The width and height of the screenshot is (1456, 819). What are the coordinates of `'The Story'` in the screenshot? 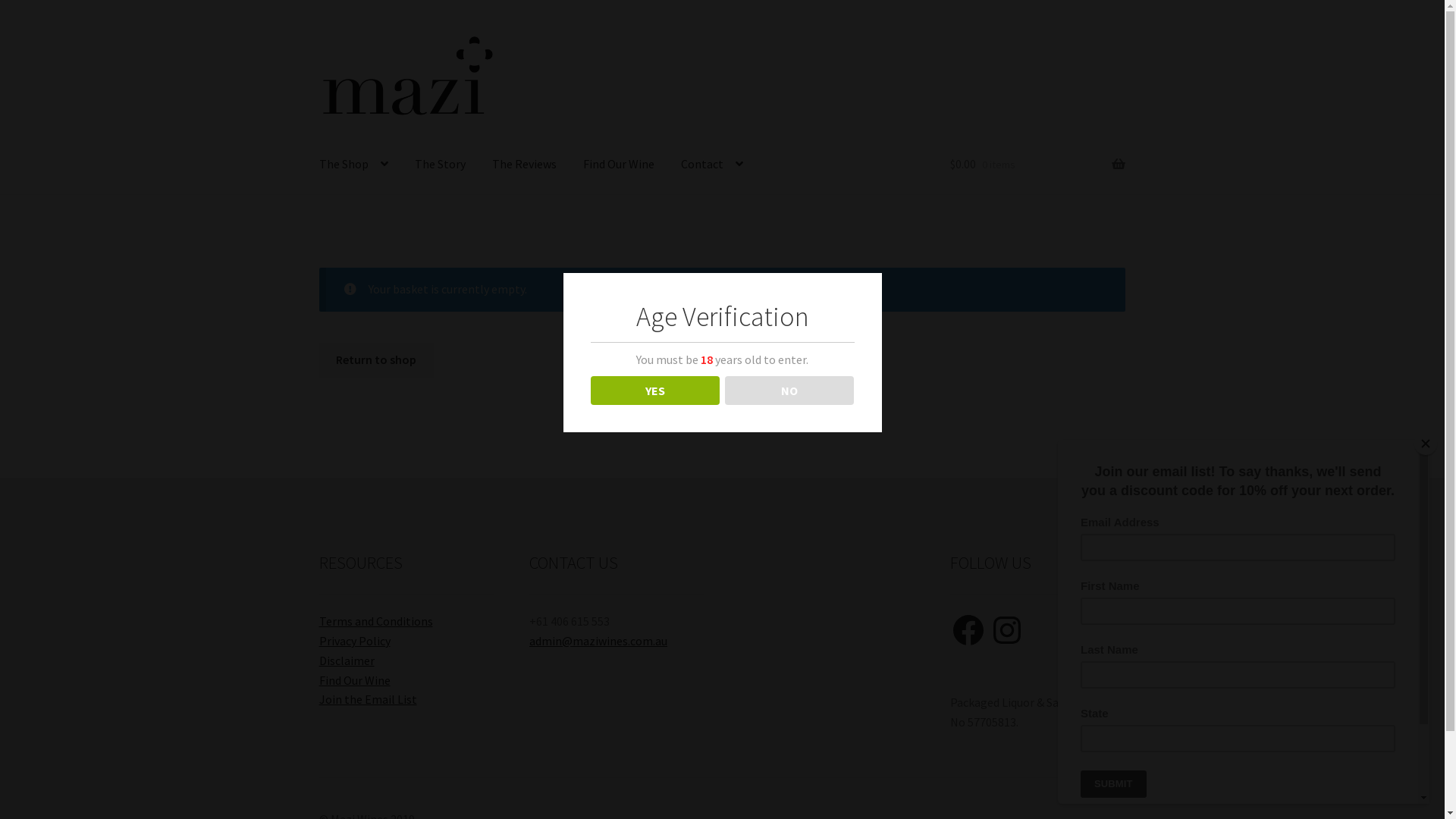 It's located at (439, 164).